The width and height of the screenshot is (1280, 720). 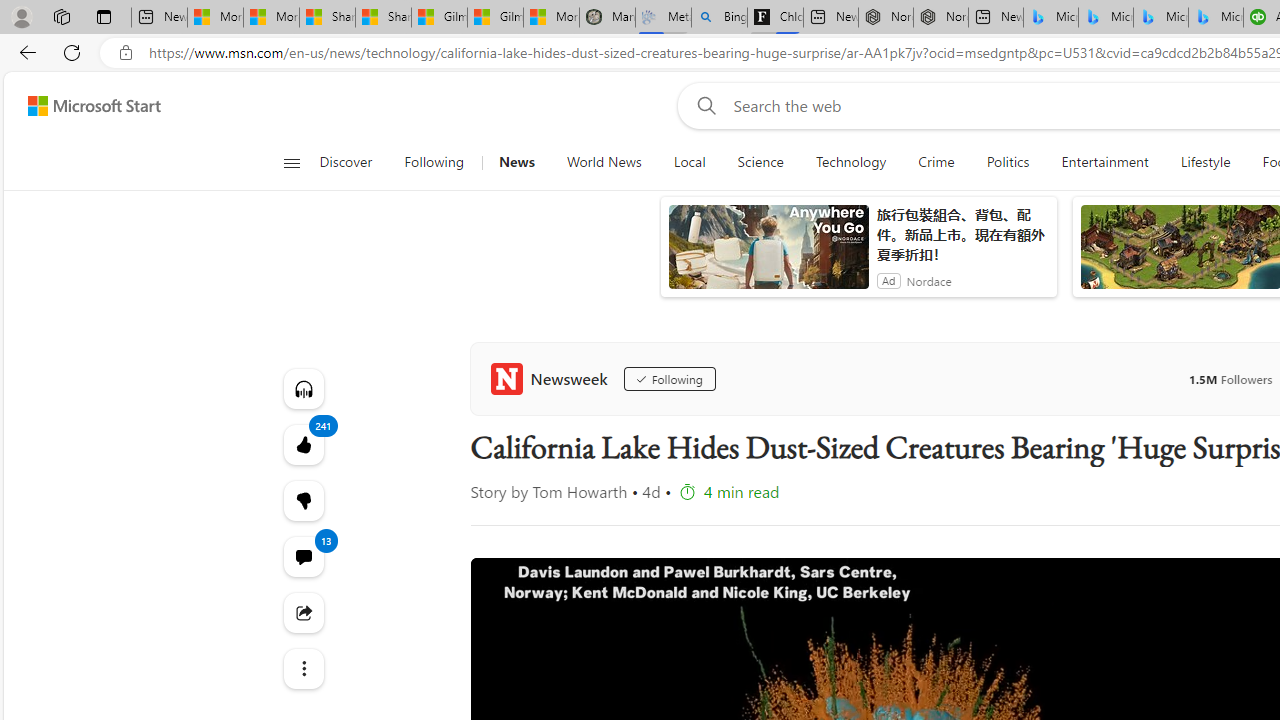 I want to click on 'Technology', so click(x=850, y=162).